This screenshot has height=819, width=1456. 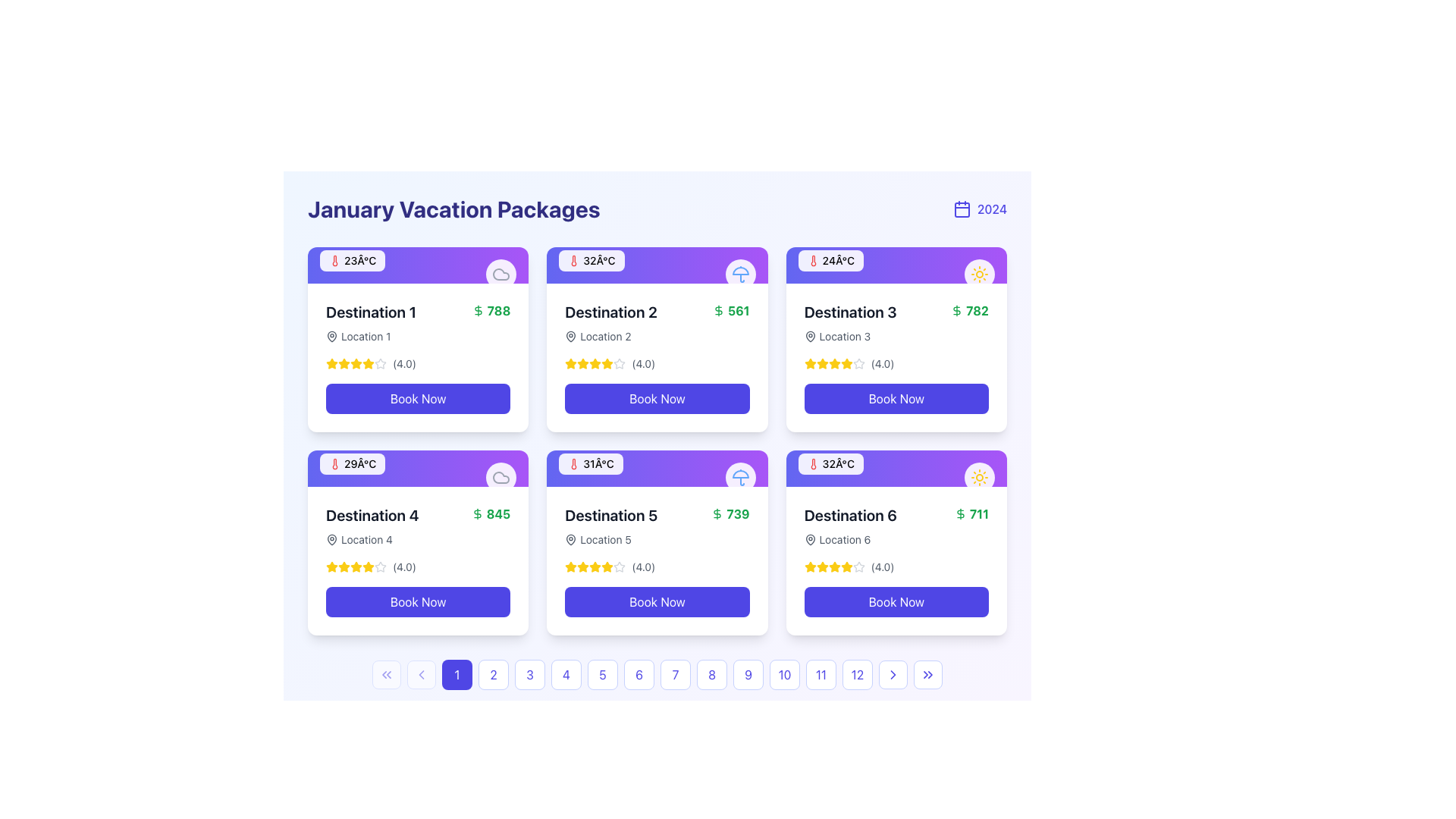 What do you see at coordinates (344, 567) in the screenshot?
I see `the second star icon in the rating system for 'Destination 4' to interact with the rating` at bounding box center [344, 567].